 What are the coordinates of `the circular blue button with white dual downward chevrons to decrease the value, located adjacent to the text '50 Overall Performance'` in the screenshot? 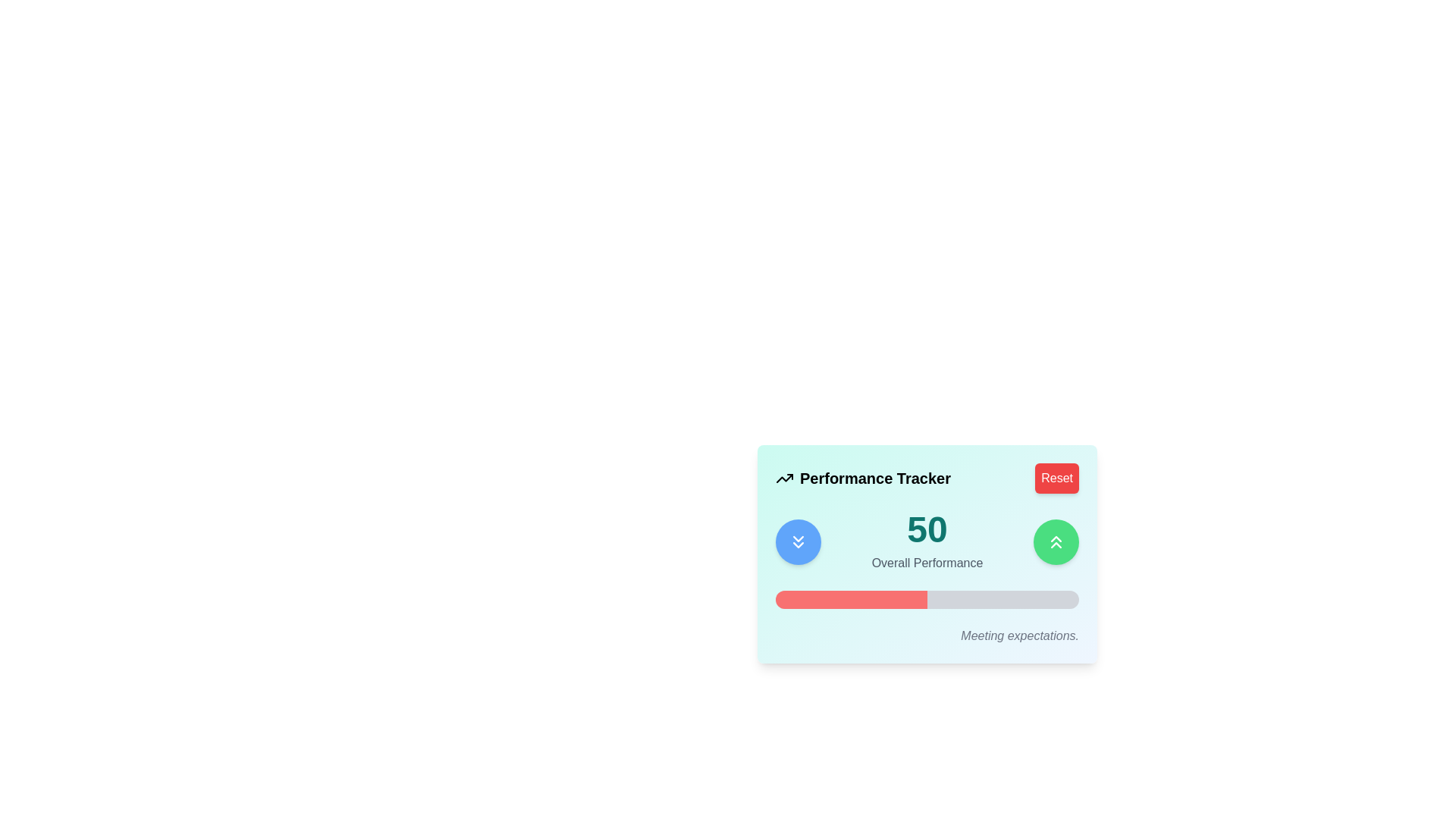 It's located at (797, 541).